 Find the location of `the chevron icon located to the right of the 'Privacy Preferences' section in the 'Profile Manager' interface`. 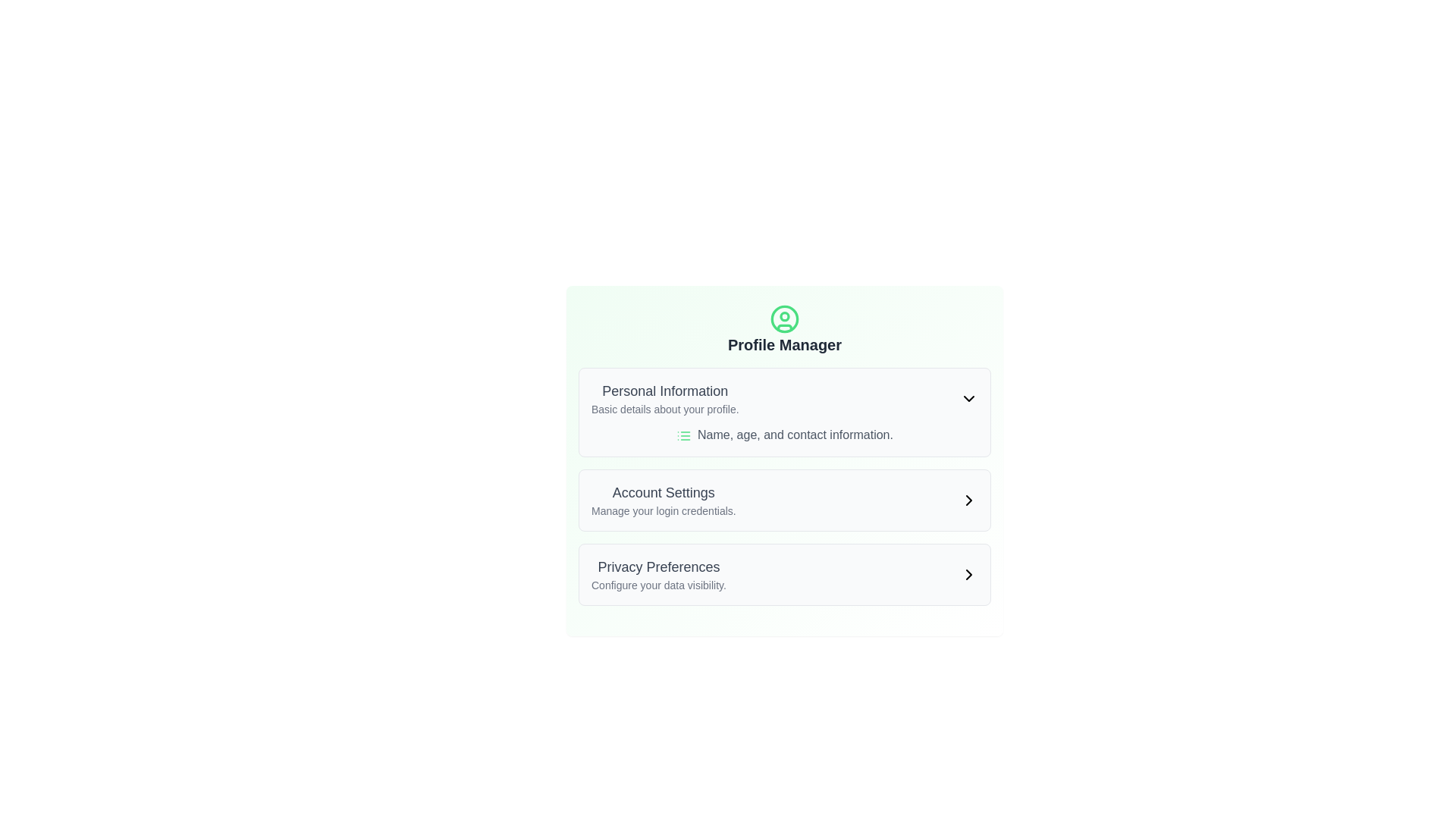

the chevron icon located to the right of the 'Privacy Preferences' section in the 'Profile Manager' interface is located at coordinates (968, 575).